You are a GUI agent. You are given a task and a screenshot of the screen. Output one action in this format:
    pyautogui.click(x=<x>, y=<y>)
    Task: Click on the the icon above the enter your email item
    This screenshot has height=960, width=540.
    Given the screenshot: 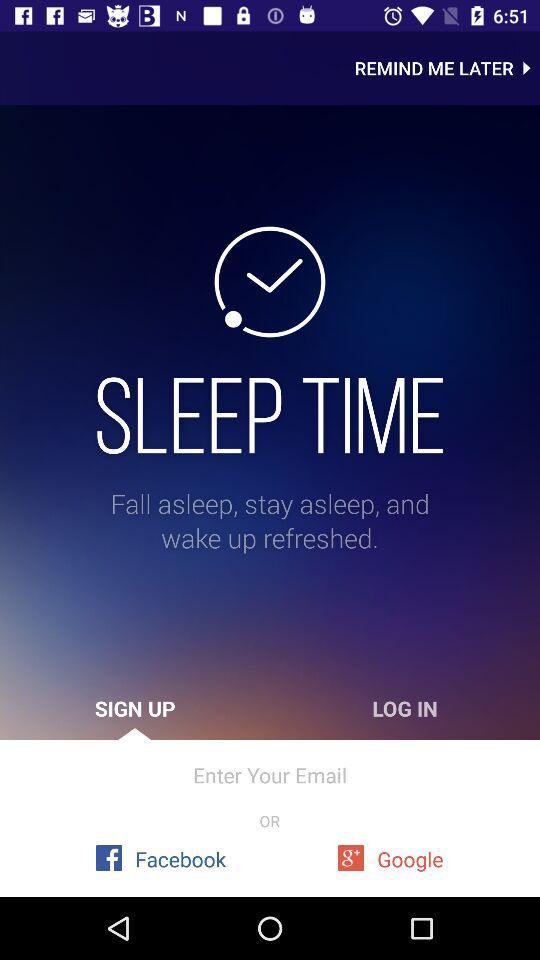 What is the action you would take?
    pyautogui.click(x=135, y=708)
    